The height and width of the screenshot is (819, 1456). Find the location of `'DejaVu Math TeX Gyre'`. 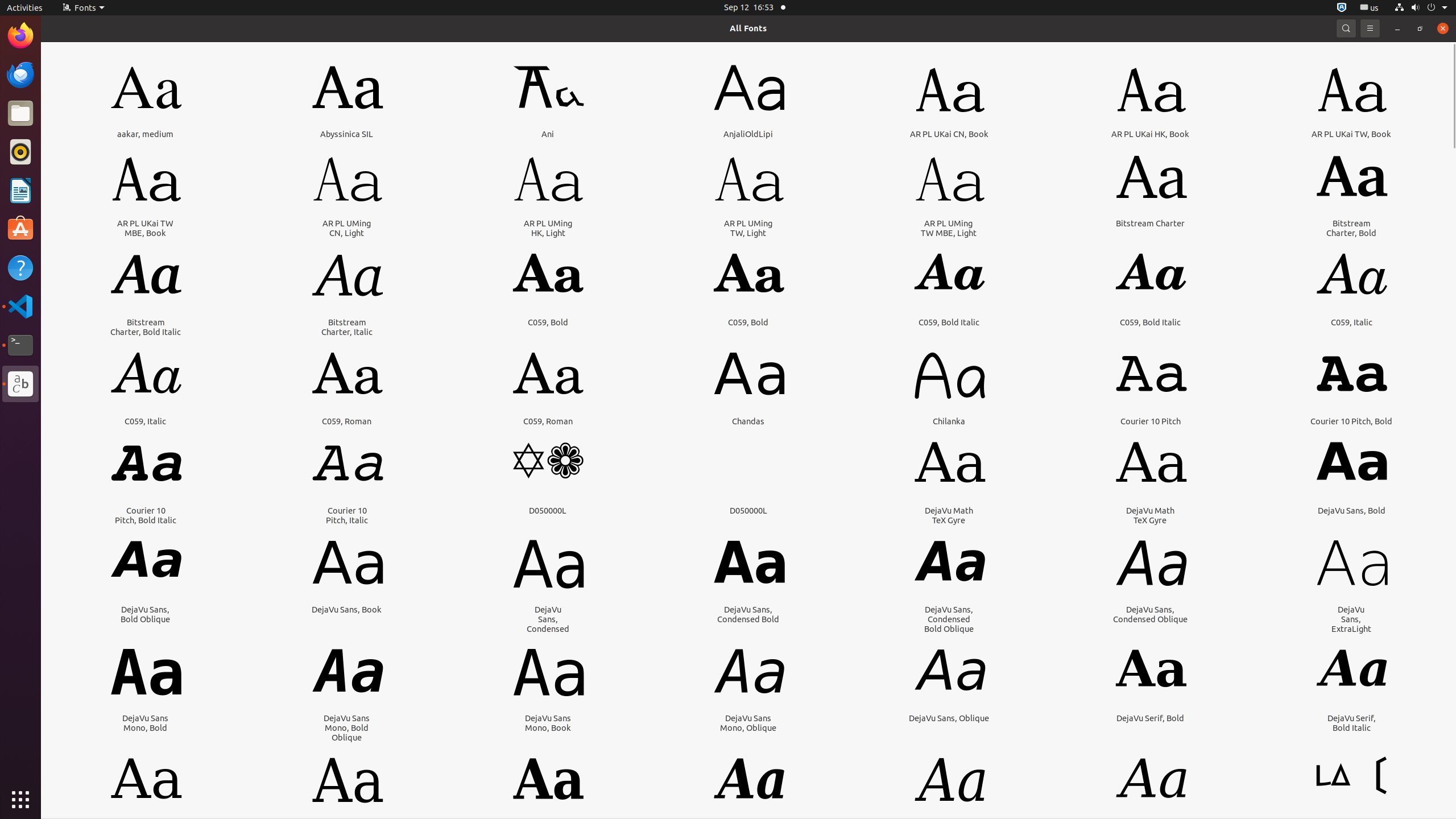

'DejaVu Math TeX Gyre' is located at coordinates (949, 515).